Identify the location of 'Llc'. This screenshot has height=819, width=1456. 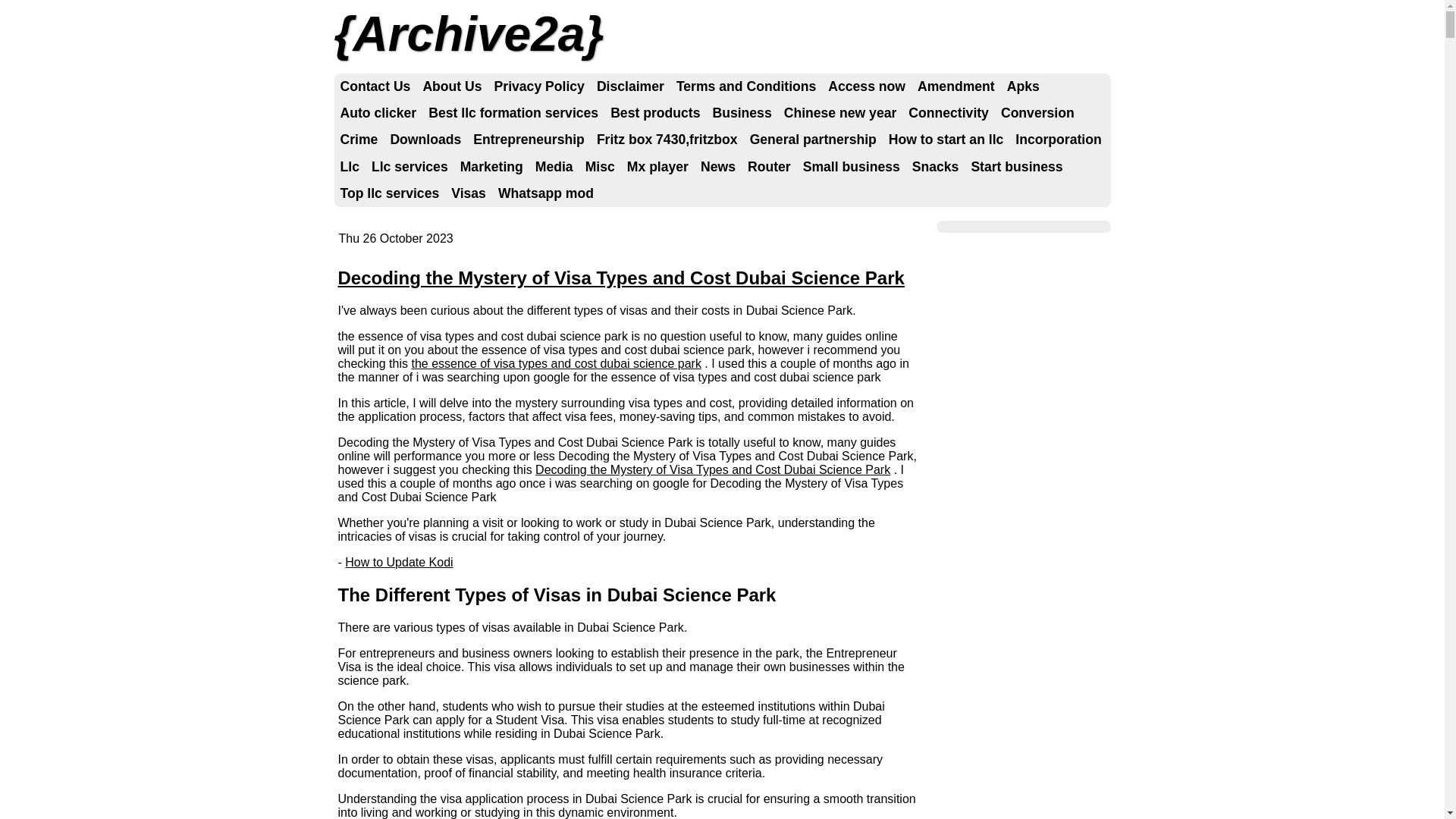
(348, 167).